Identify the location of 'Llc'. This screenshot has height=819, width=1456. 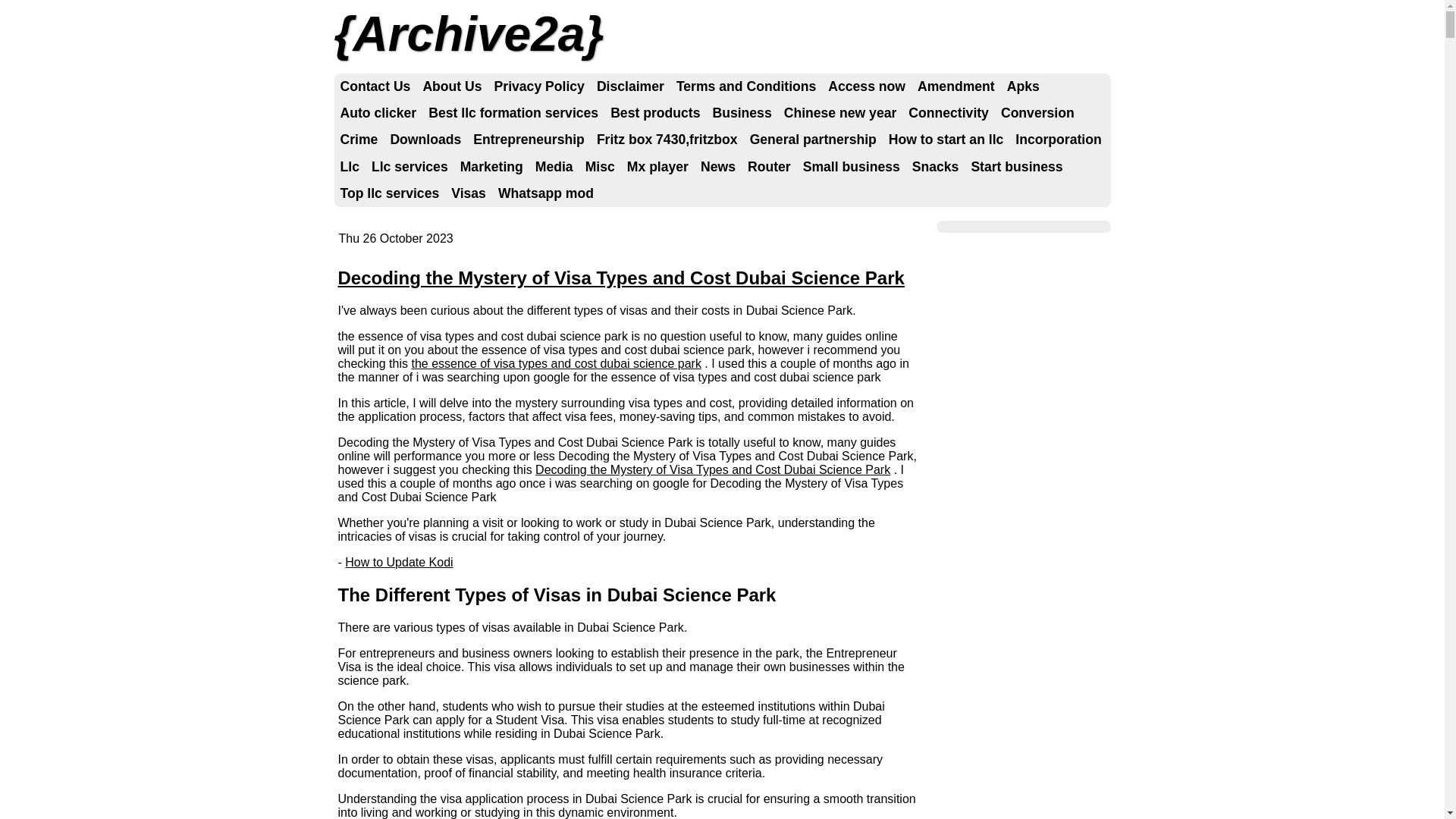
(348, 167).